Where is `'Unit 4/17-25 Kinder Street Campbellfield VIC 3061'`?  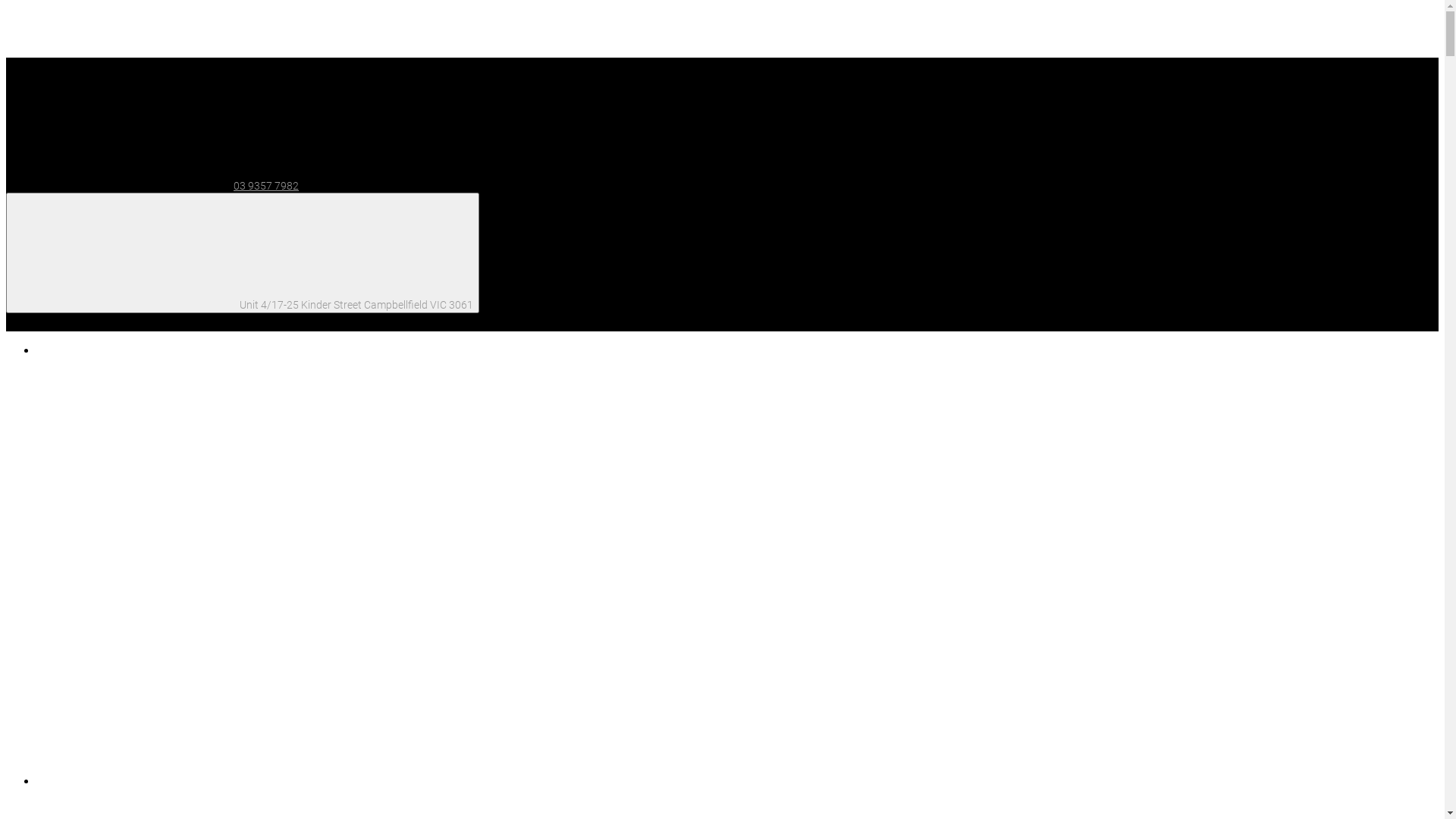 'Unit 4/17-25 Kinder Street Campbellfield VIC 3061' is located at coordinates (243, 252).